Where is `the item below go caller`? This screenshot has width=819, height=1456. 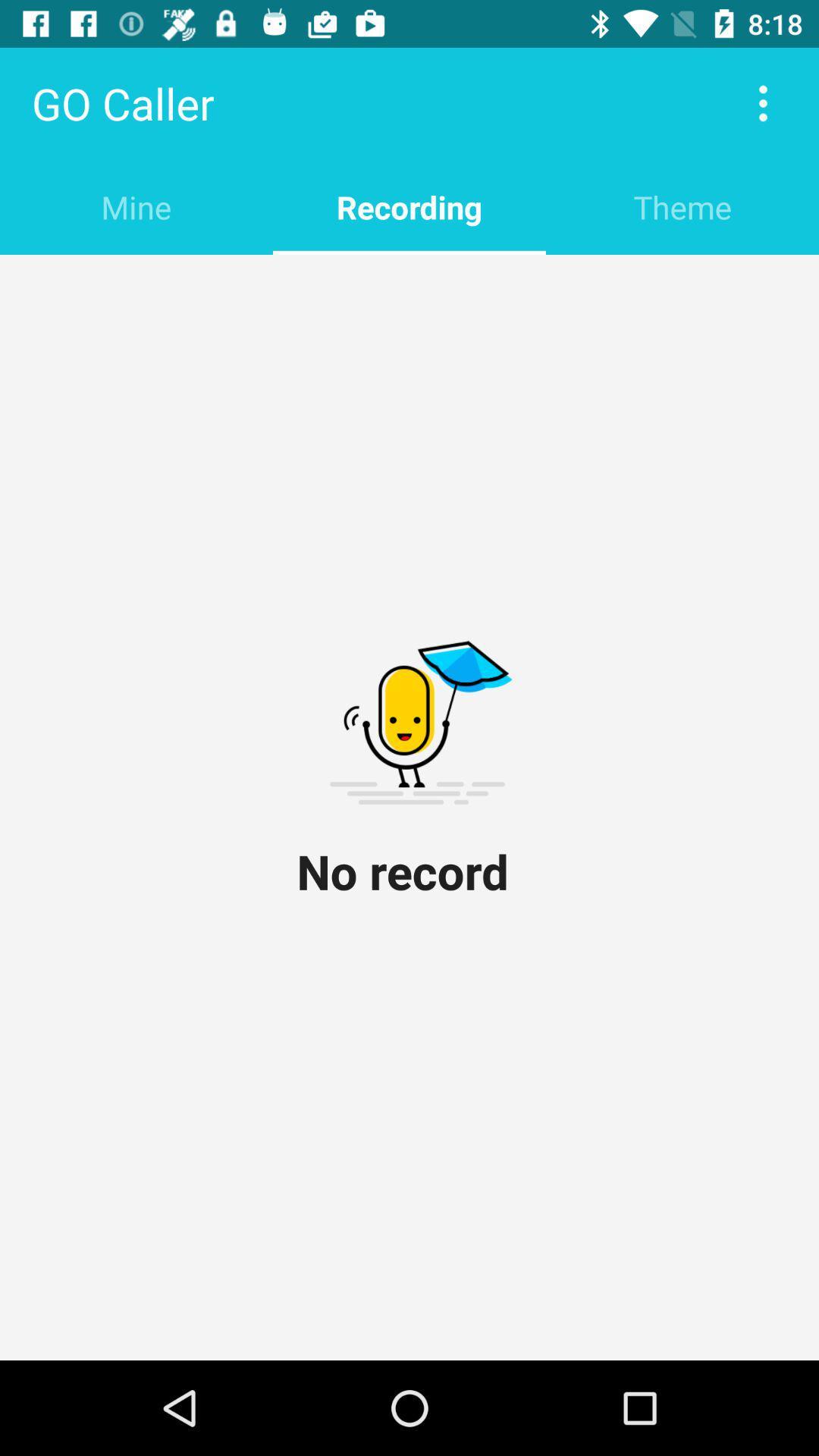 the item below go caller is located at coordinates (136, 206).